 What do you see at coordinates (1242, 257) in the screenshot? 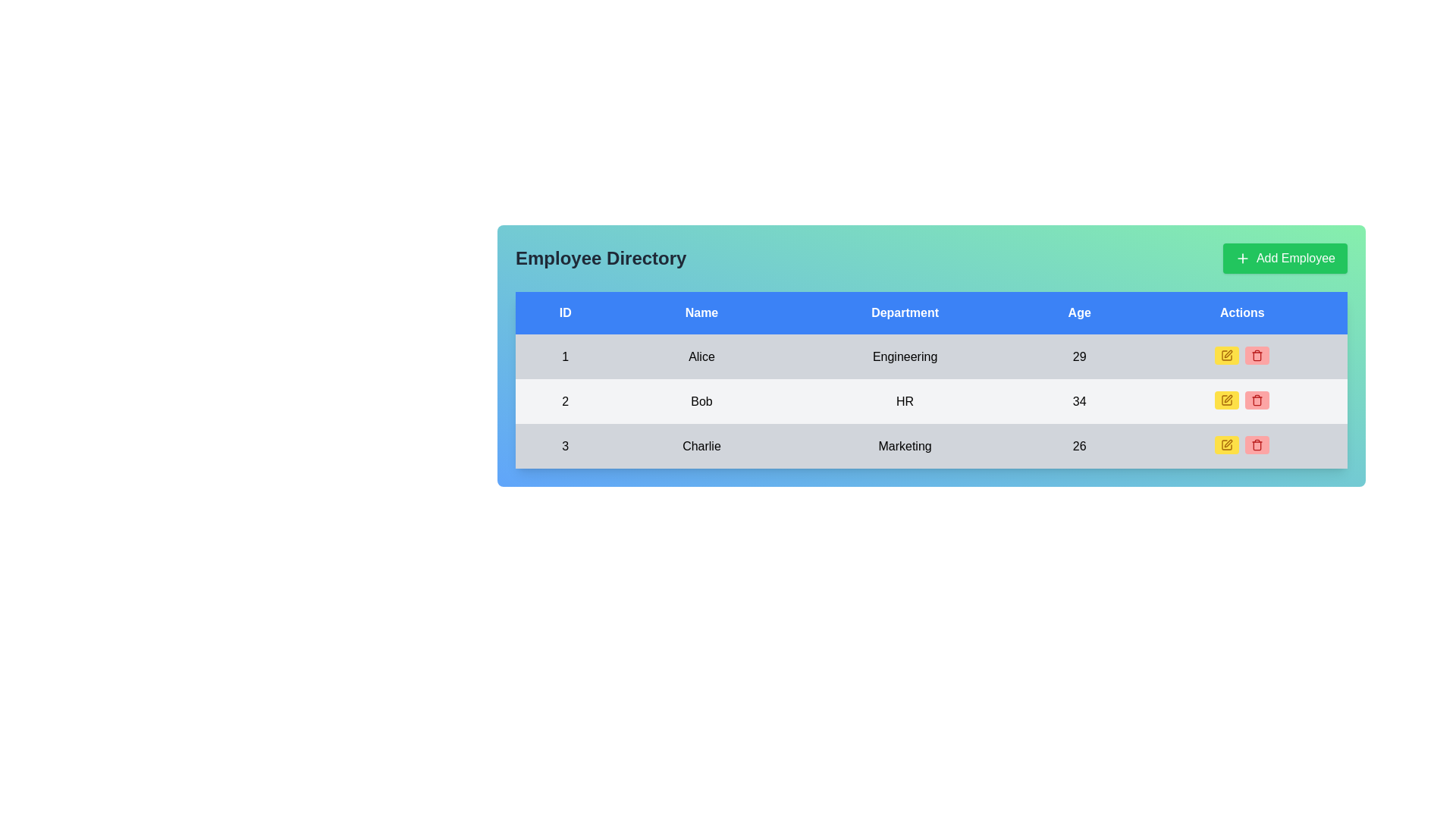
I see `the icon located to the far left within the 'Add Employee' button in the top-right corner of the interface to initiate an action` at bounding box center [1242, 257].